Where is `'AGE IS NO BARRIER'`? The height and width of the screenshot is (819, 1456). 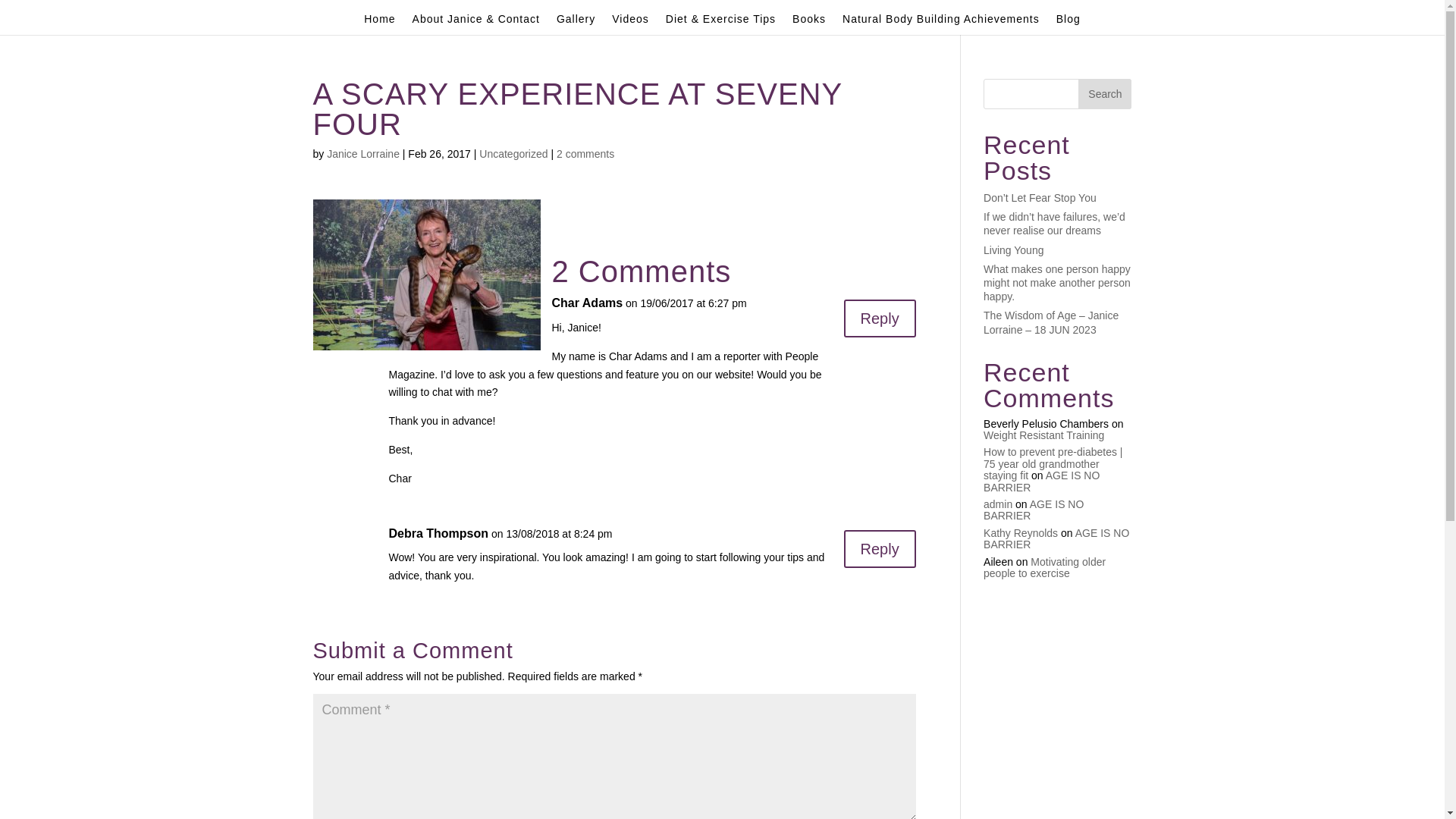
'AGE IS NO BARRIER' is located at coordinates (1040, 481).